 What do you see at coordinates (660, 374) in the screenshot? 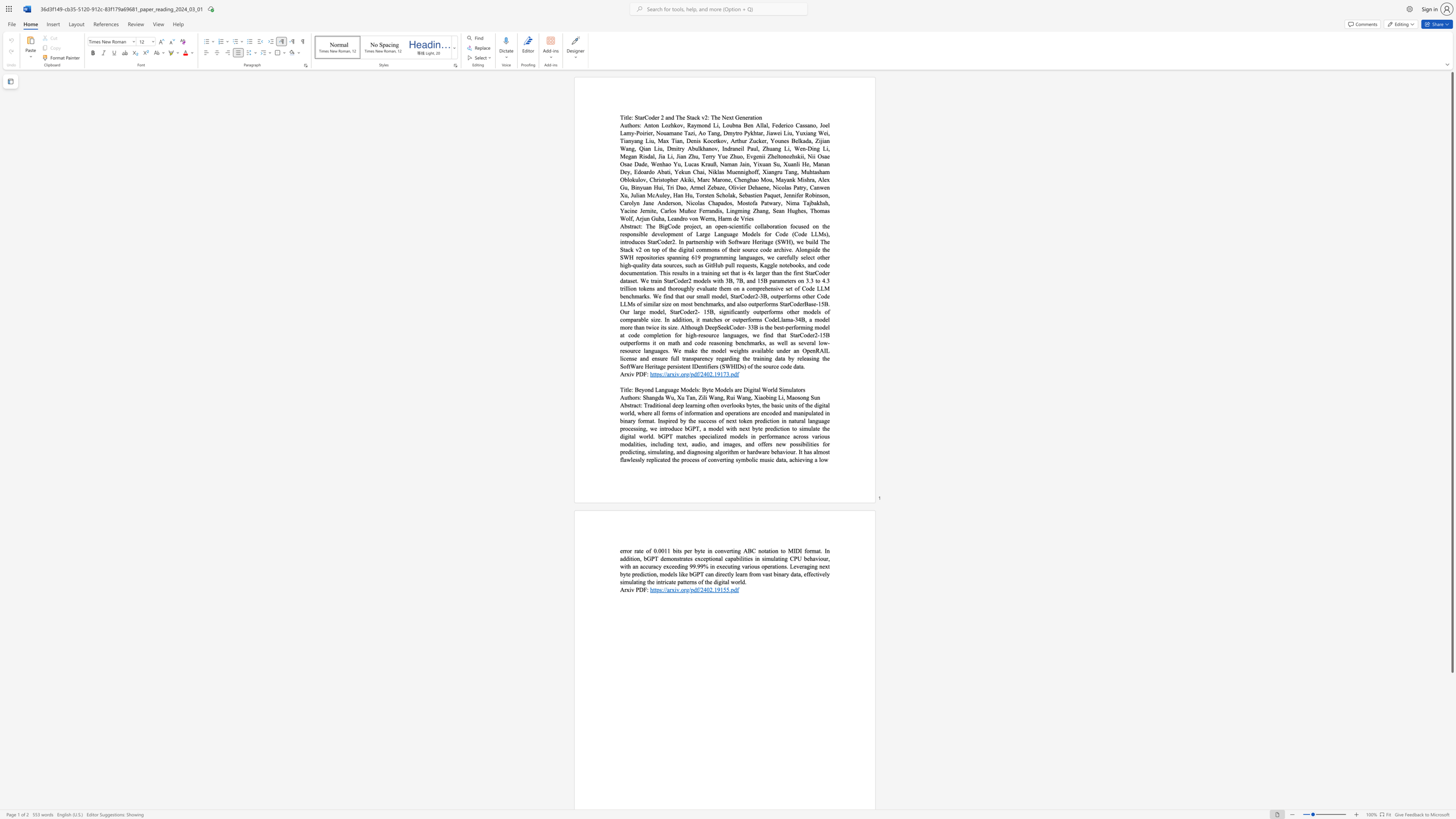
I see `the 1th character "s" in the text` at bounding box center [660, 374].